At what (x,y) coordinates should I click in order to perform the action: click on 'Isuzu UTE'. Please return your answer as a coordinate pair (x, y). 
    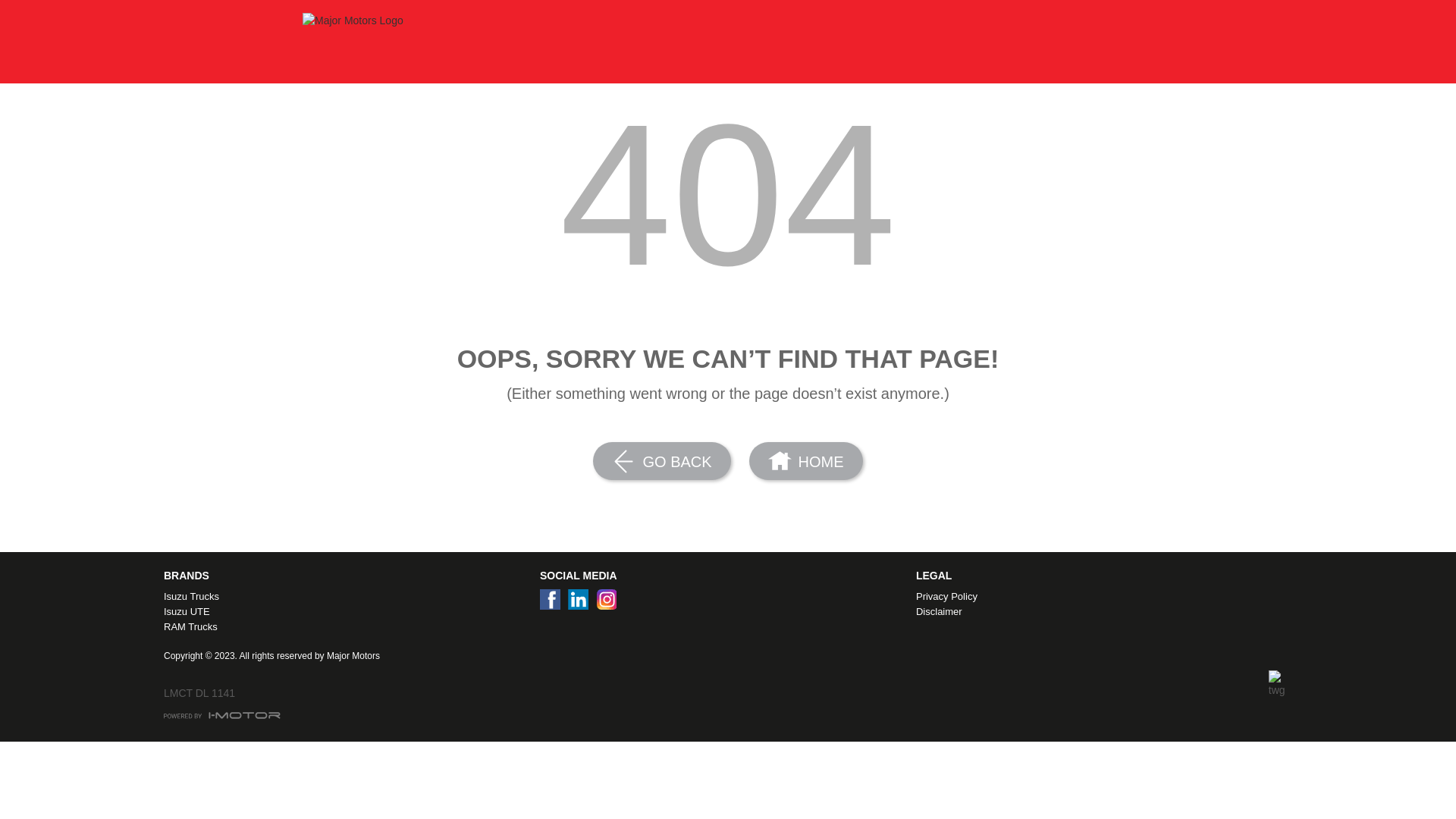
    Looking at the image, I should click on (164, 610).